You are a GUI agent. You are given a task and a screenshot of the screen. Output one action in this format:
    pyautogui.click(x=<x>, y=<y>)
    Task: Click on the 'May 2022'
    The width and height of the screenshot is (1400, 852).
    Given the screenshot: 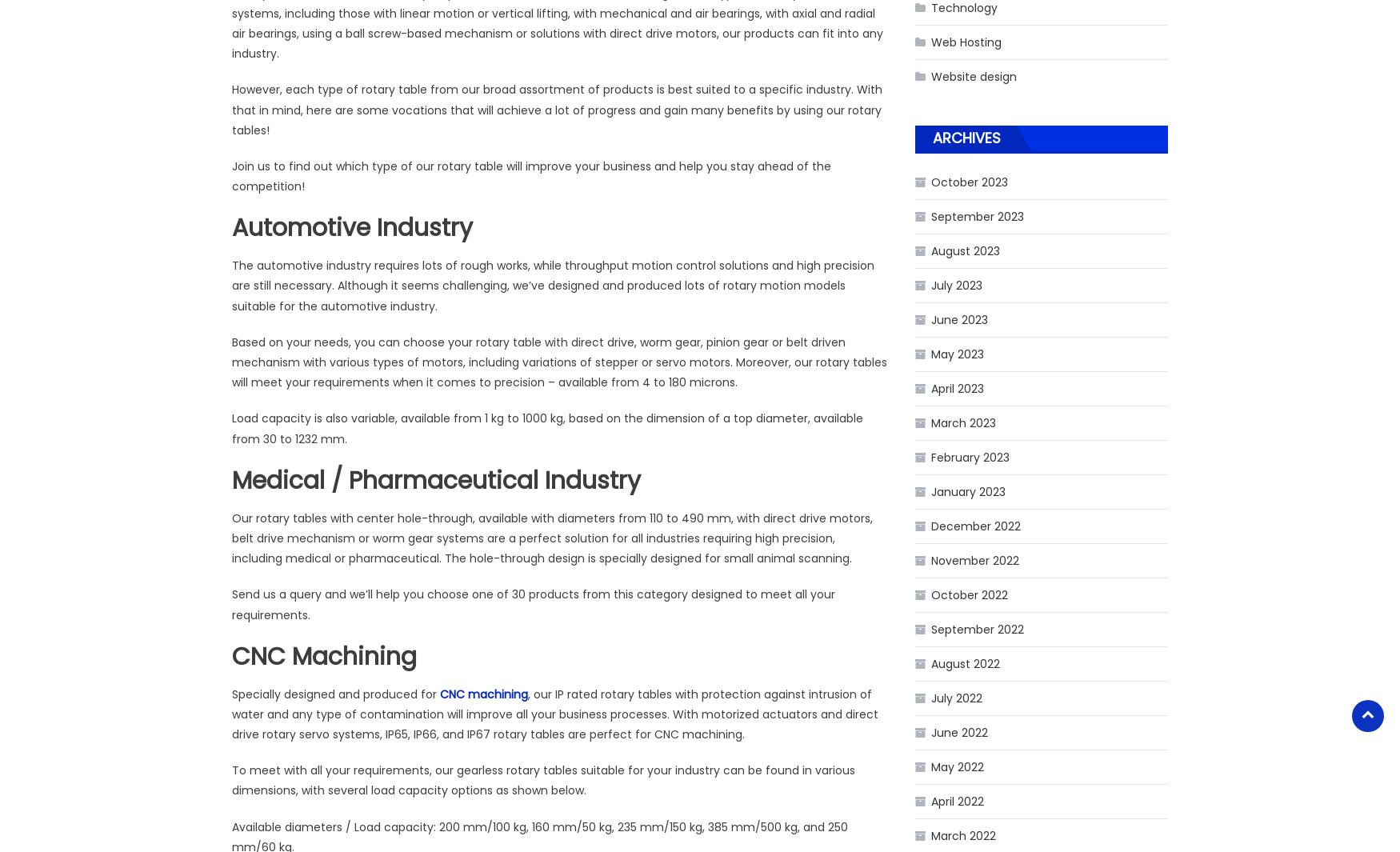 What is the action you would take?
    pyautogui.click(x=958, y=767)
    